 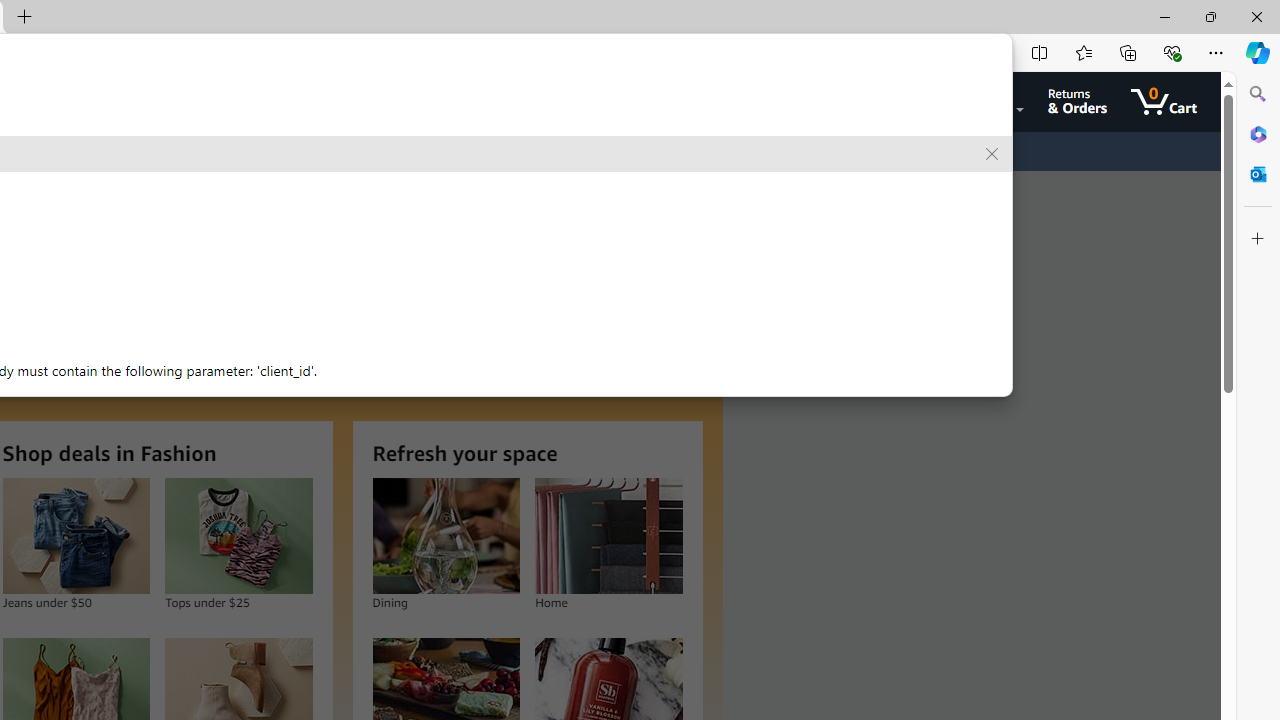 I want to click on 'Browser essentials', so click(x=1171, y=51).